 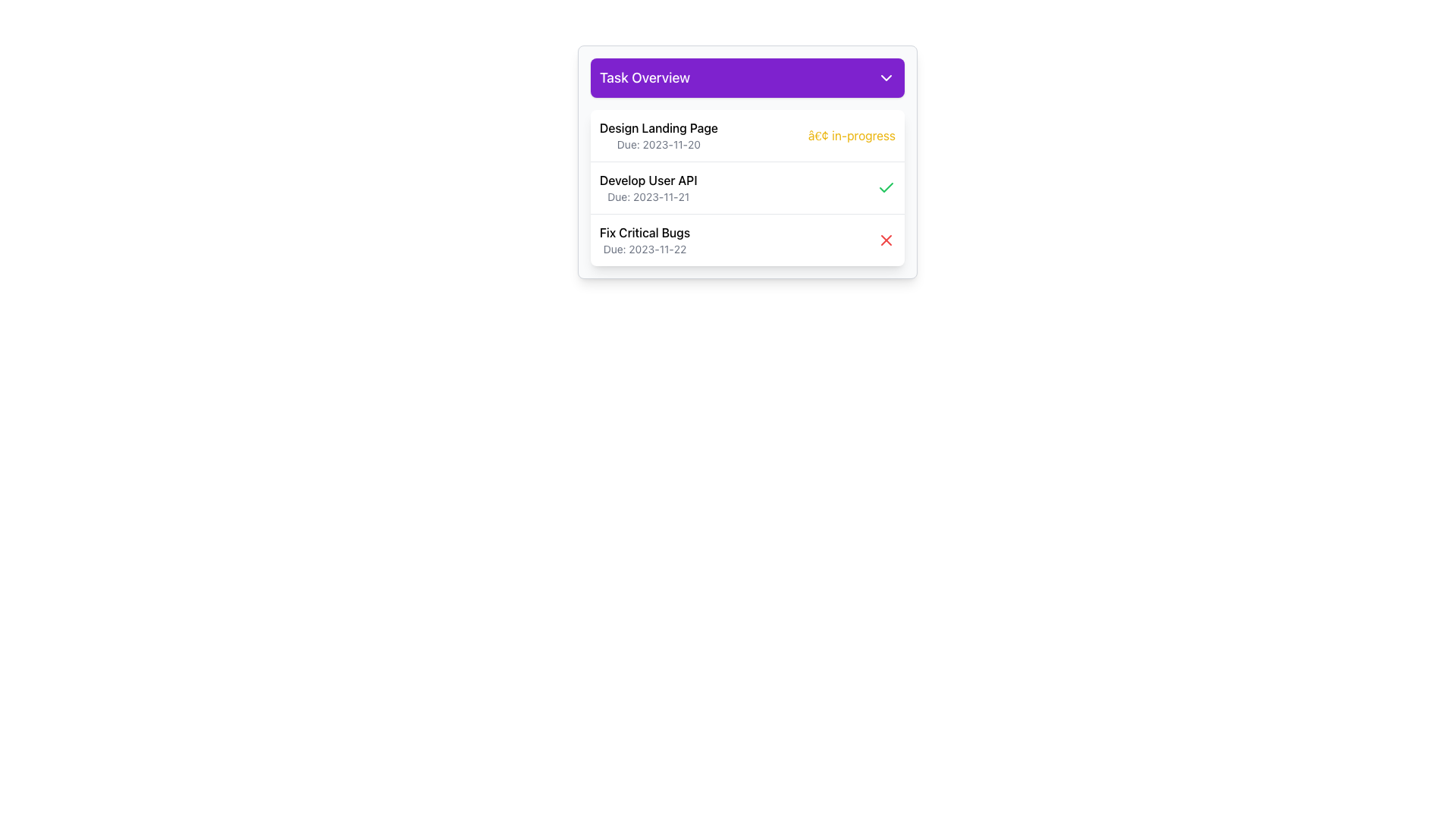 I want to click on the text label that serves as the title of a specific task, so click(x=658, y=127).